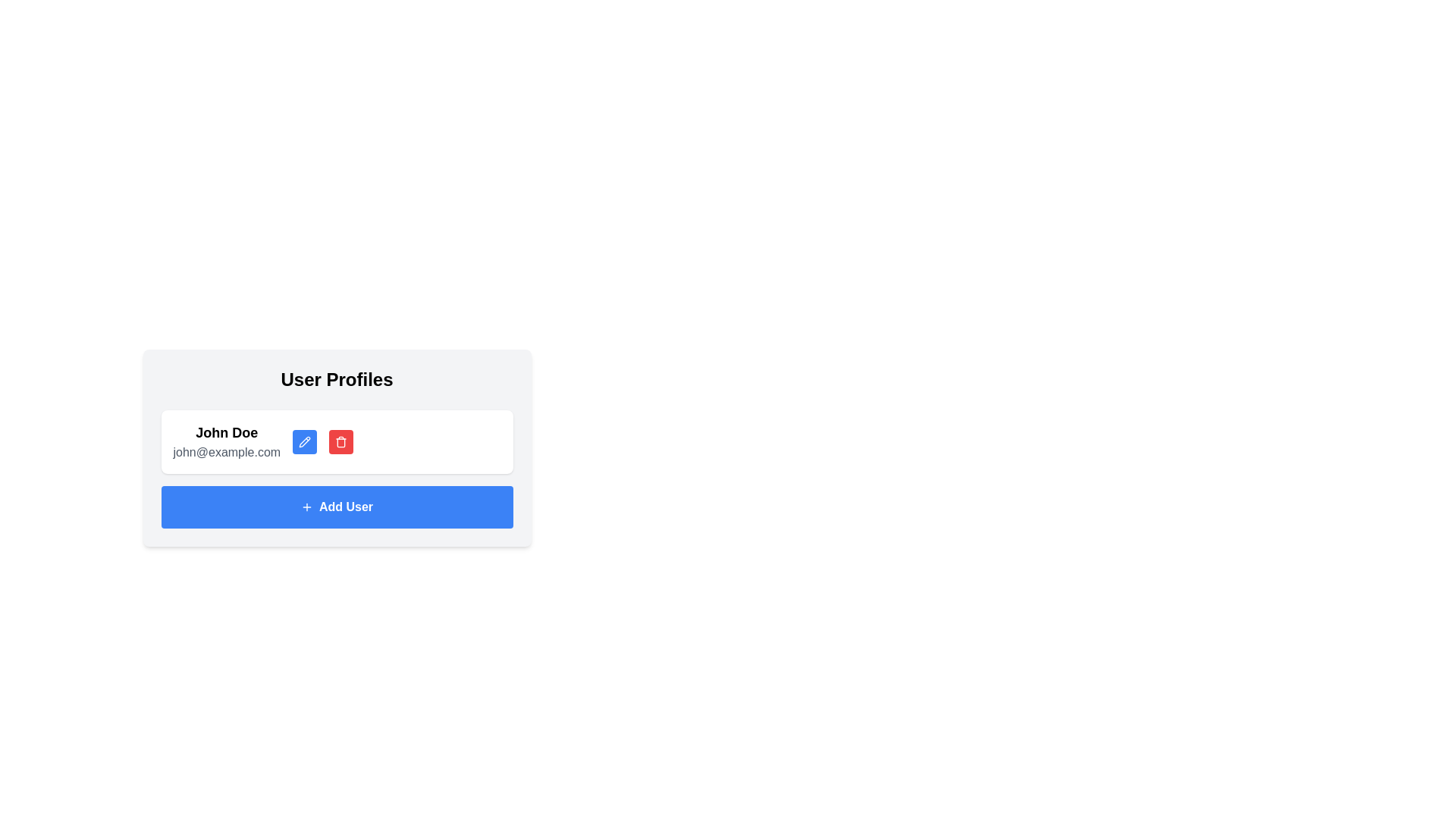 The width and height of the screenshot is (1456, 819). What do you see at coordinates (306, 507) in the screenshot?
I see `the addition icon located inside the 'Add User' button at the bottom of the user profile section, which is visually represented by an SVG icon to the left of the white text on a blue background` at bounding box center [306, 507].